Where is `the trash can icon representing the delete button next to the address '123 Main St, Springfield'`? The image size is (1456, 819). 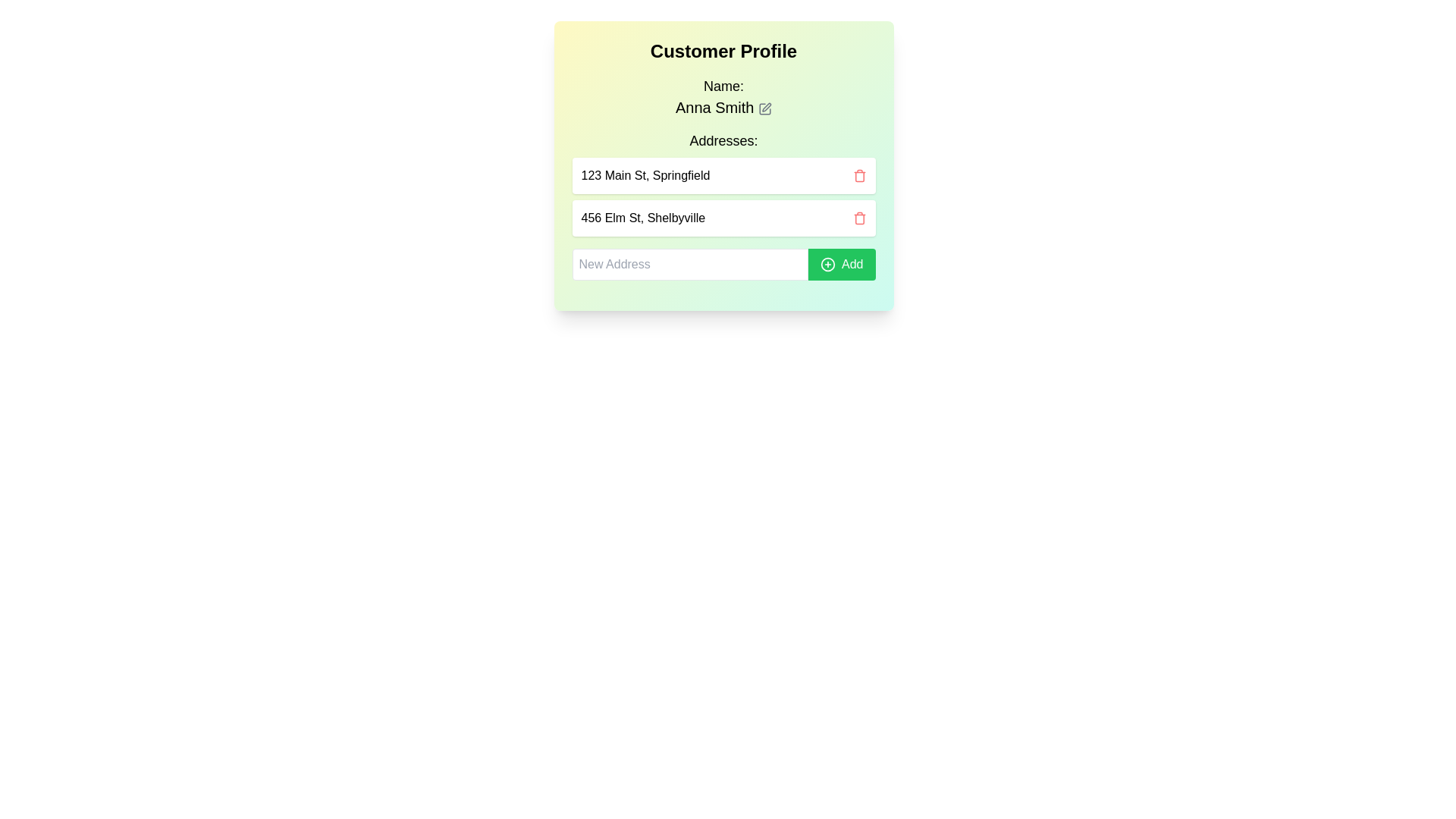 the trash can icon representing the delete button next to the address '123 Main St, Springfield' is located at coordinates (859, 176).